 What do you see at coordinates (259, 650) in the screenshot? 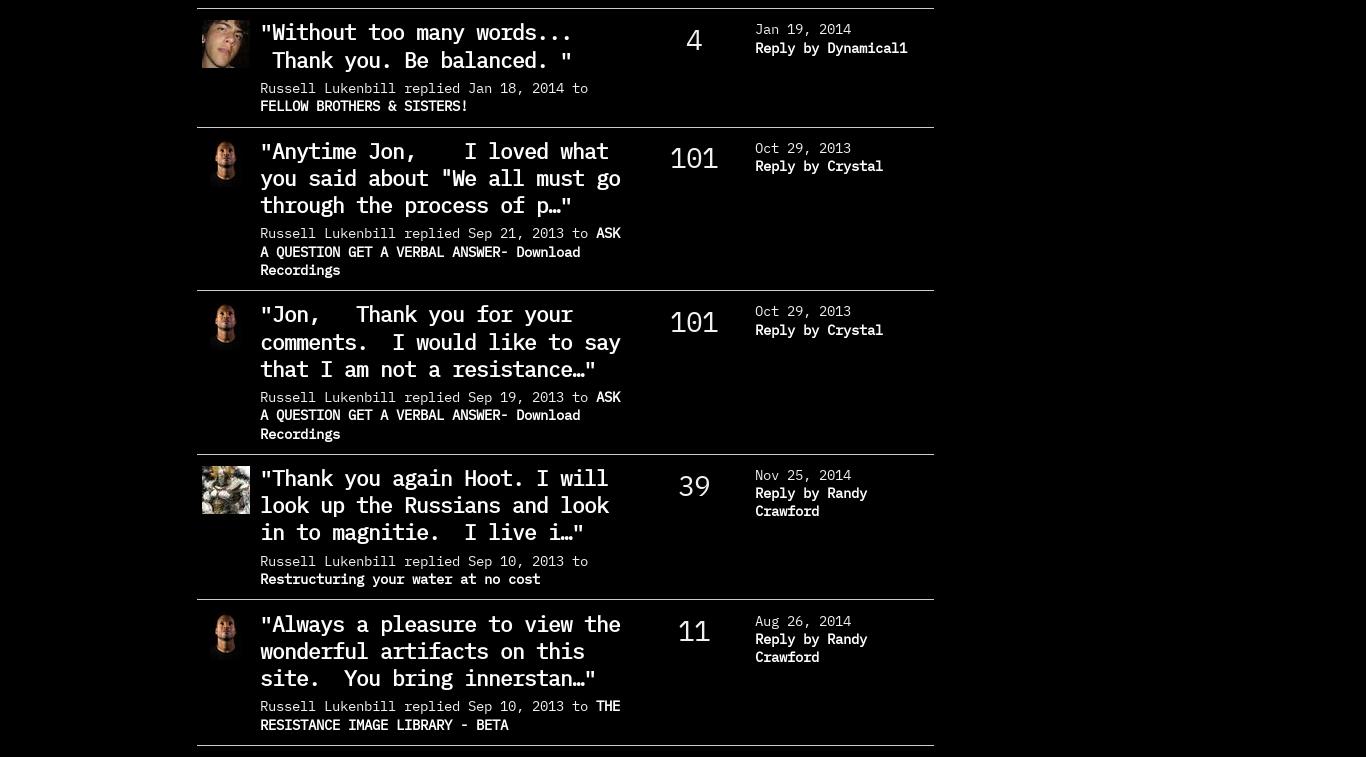
I see `'Always a pleasure to view the wonderful artifacts on this site.  You bring innerstan…'` at bounding box center [259, 650].